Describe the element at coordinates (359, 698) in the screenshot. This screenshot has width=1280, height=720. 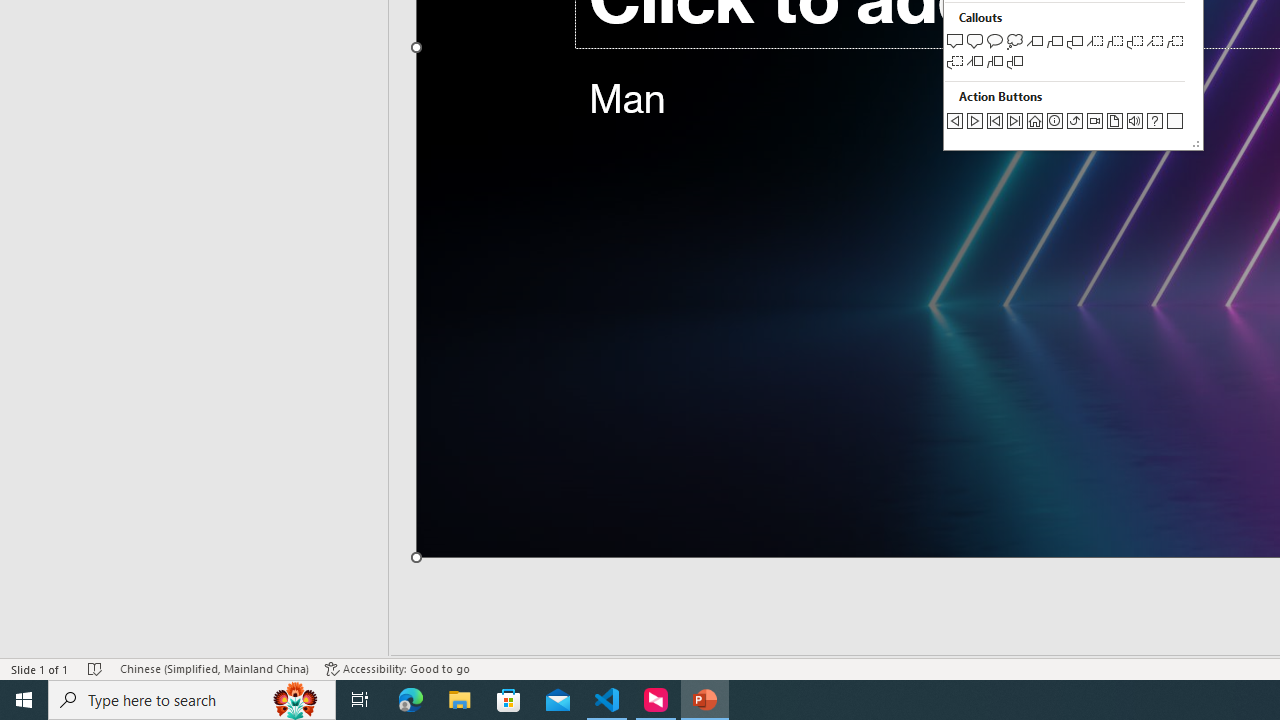
I see `'Task View'` at that location.